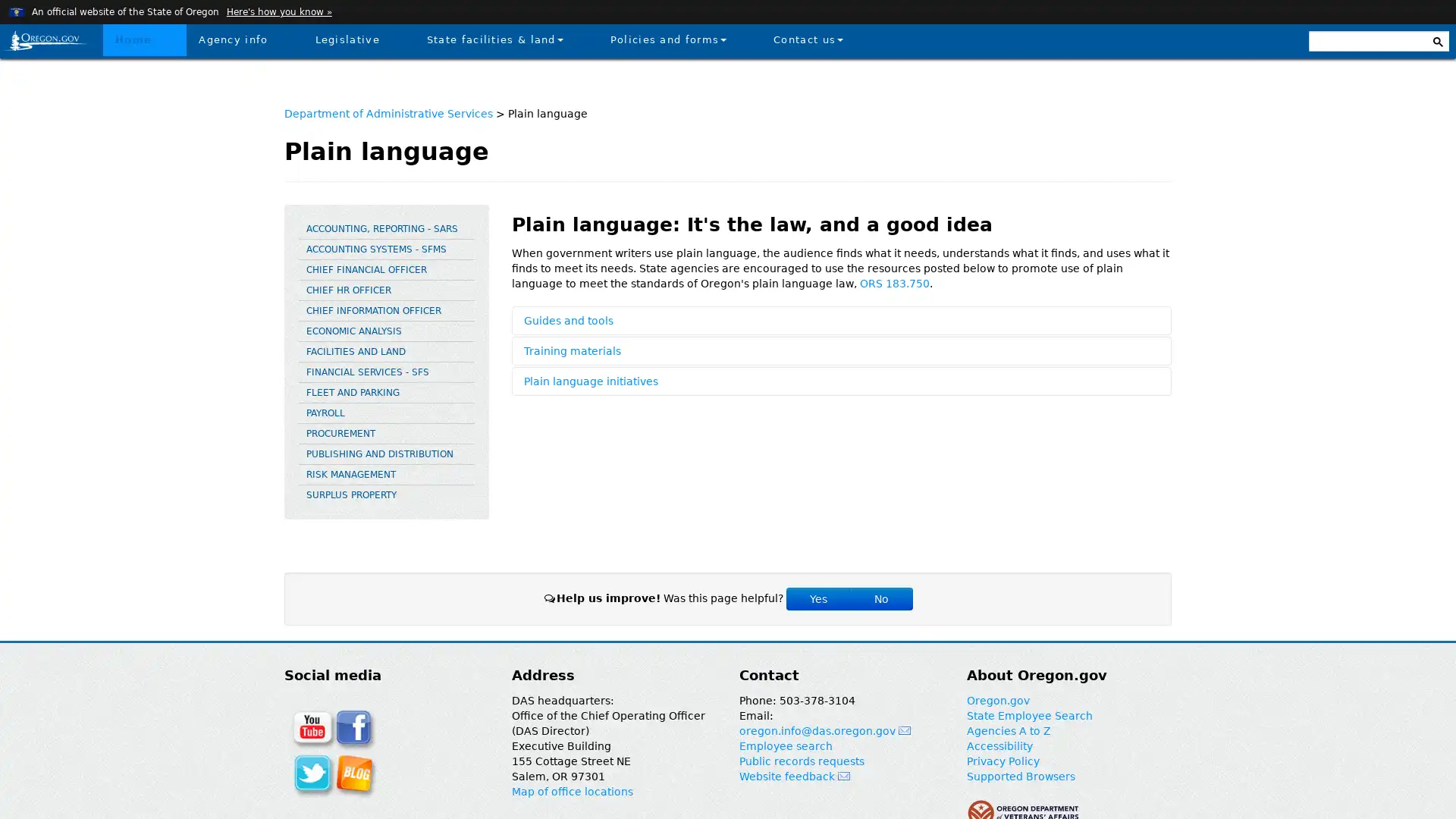  I want to click on Yes, so click(817, 598).